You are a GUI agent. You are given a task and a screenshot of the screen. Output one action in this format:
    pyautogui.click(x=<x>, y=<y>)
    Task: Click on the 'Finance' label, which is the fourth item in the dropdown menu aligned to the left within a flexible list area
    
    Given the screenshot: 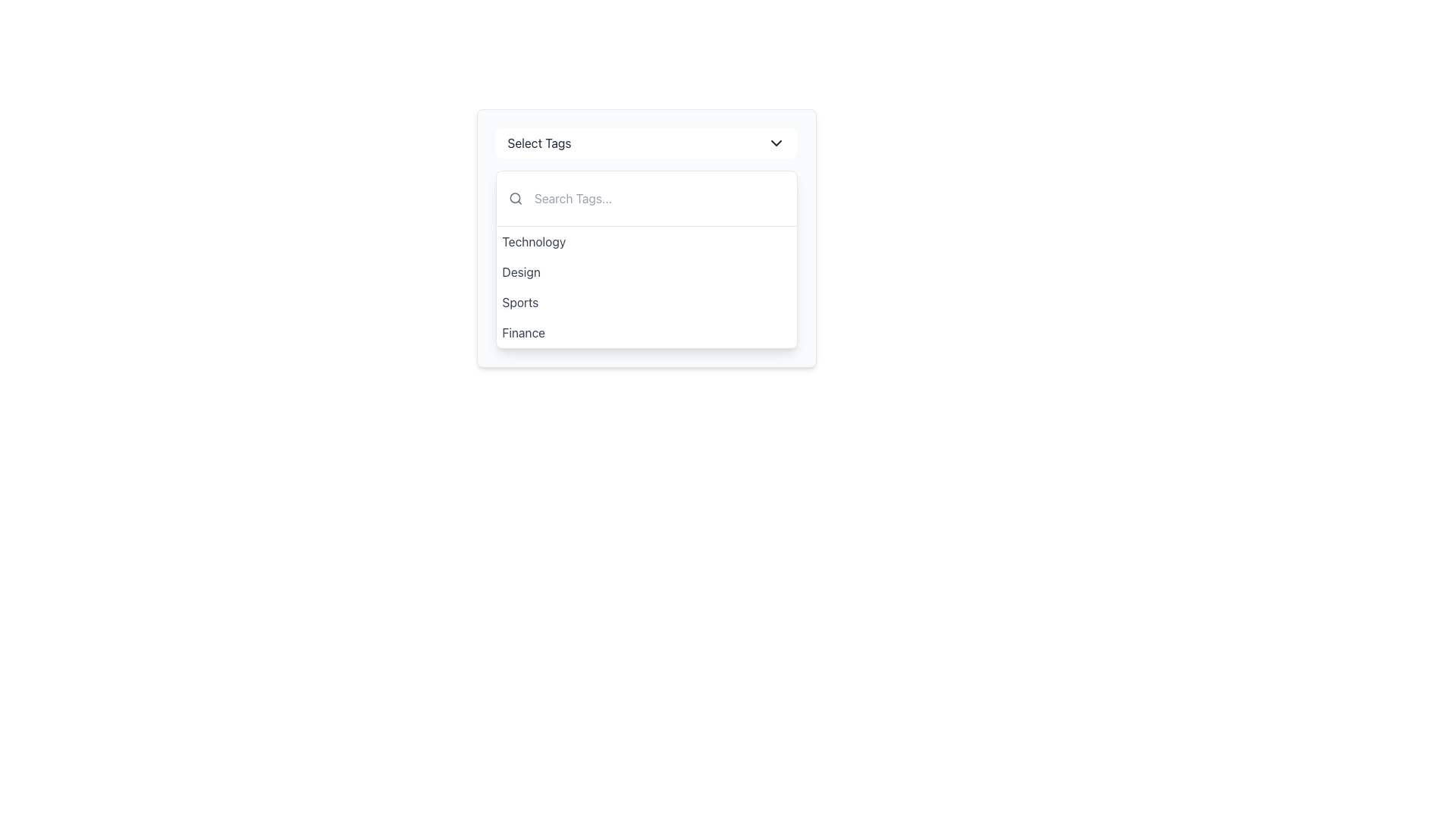 What is the action you would take?
    pyautogui.click(x=523, y=332)
    